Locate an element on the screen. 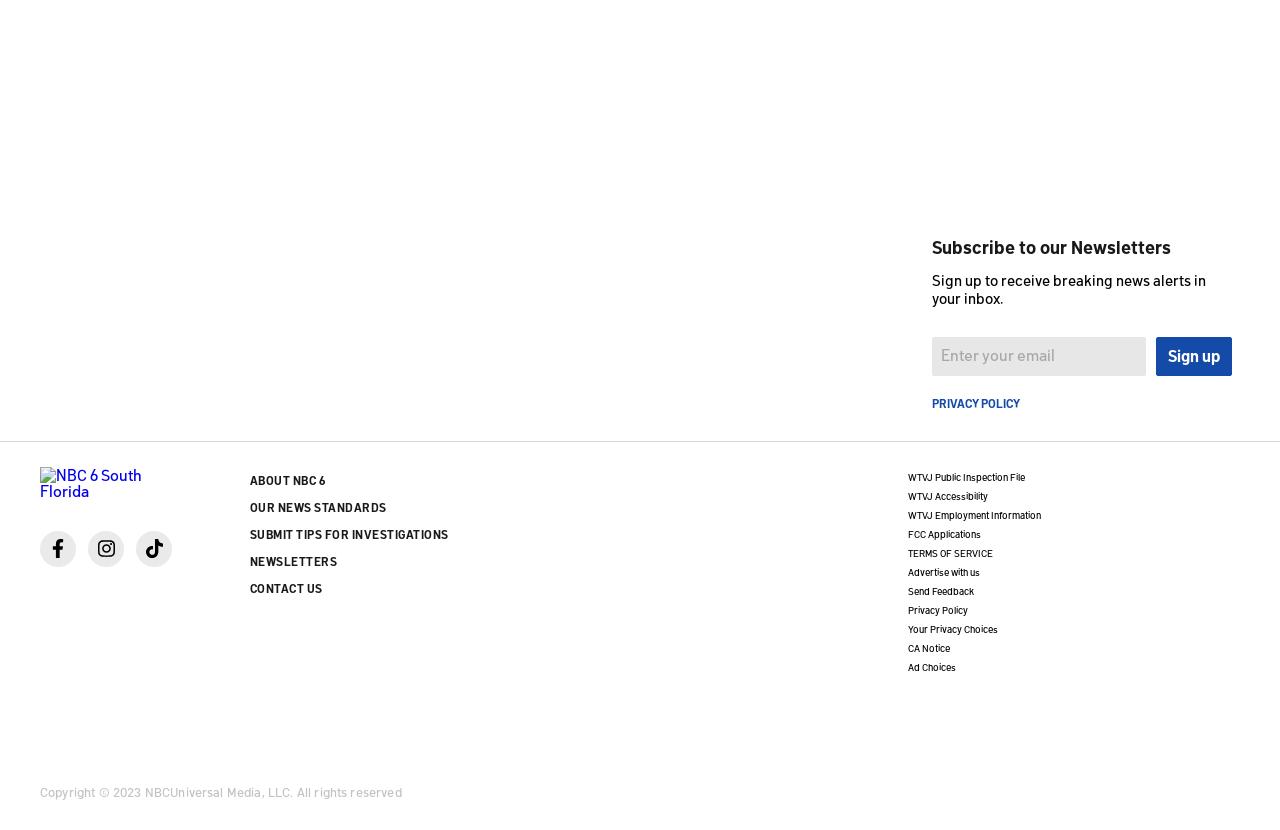 Image resolution: width=1280 pixels, height=830 pixels. 'FCC Applications' is located at coordinates (943, 532).